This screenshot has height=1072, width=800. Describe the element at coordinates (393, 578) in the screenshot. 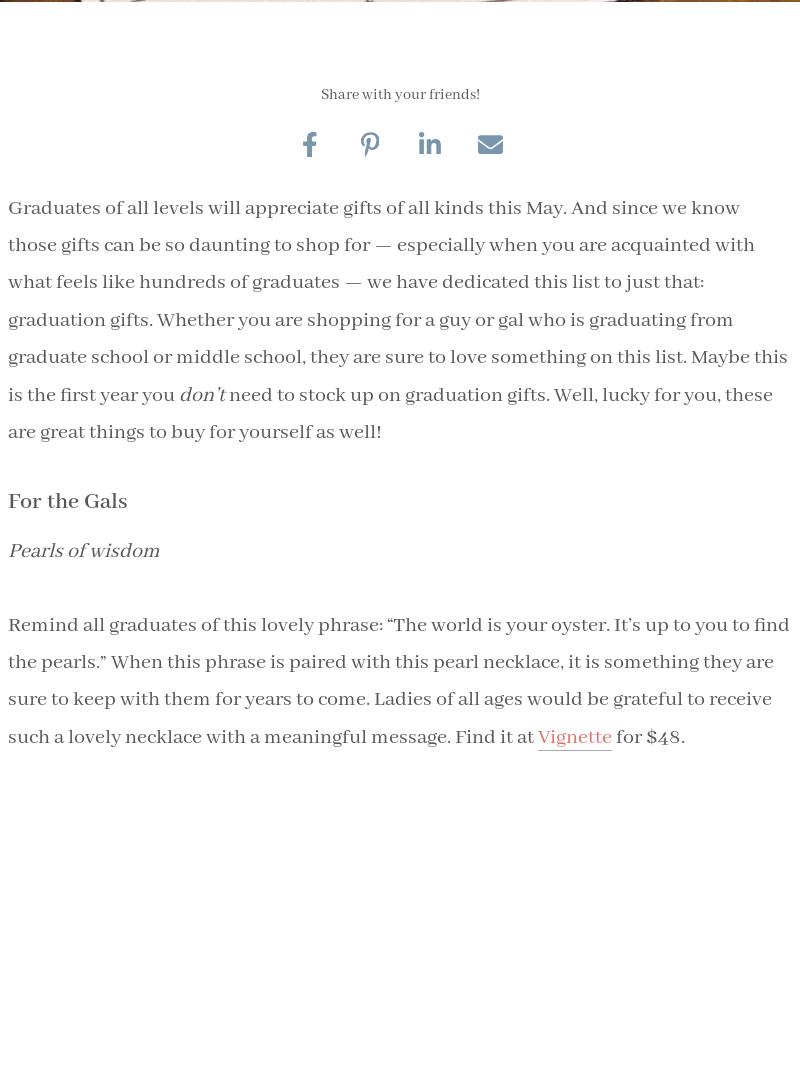

I see `'Event Submission'` at that location.